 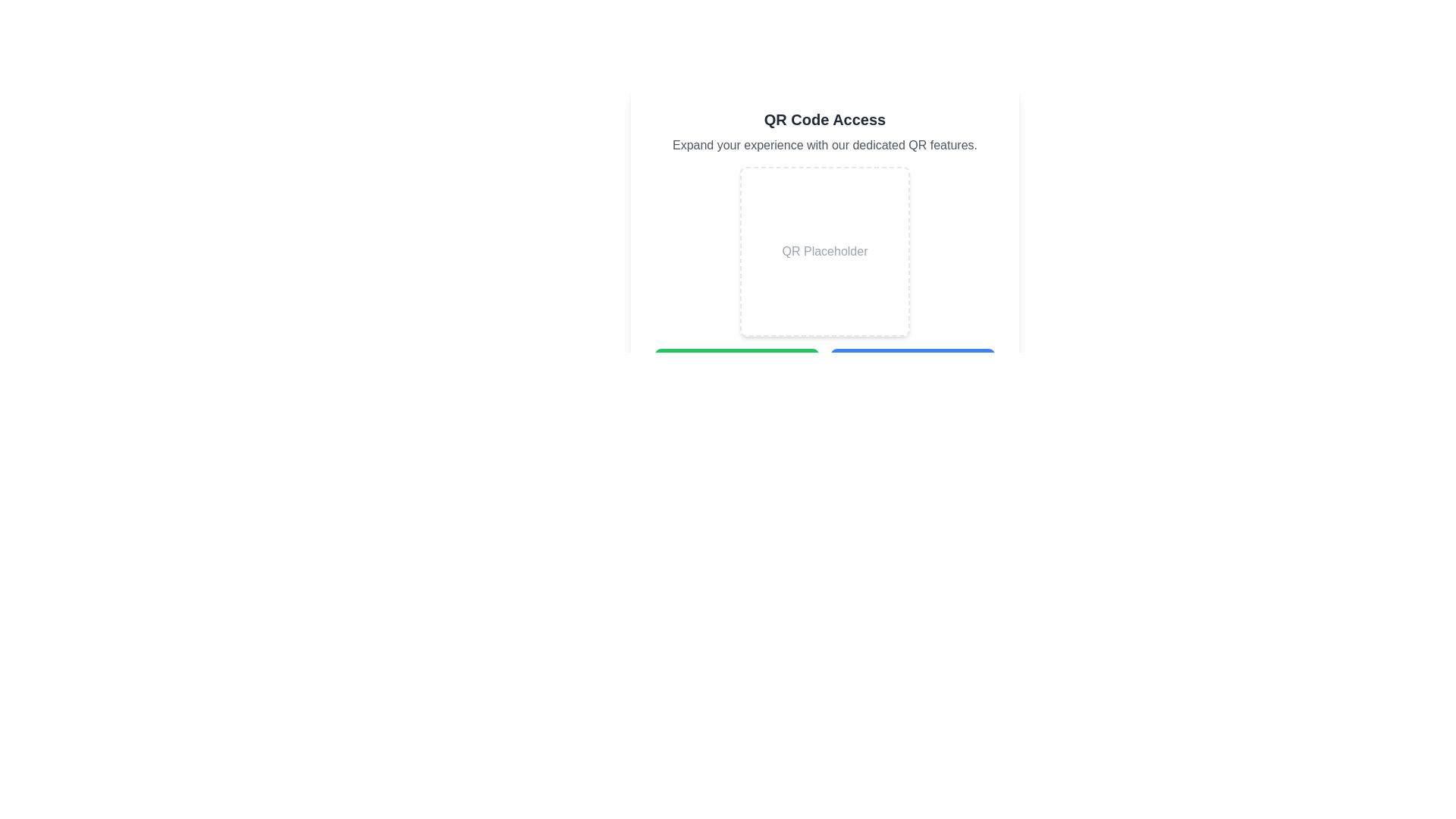 What do you see at coordinates (824, 146) in the screenshot?
I see `the descriptive text label located directly below the 'QR Code Access' header, which provides additional information to guide the user` at bounding box center [824, 146].